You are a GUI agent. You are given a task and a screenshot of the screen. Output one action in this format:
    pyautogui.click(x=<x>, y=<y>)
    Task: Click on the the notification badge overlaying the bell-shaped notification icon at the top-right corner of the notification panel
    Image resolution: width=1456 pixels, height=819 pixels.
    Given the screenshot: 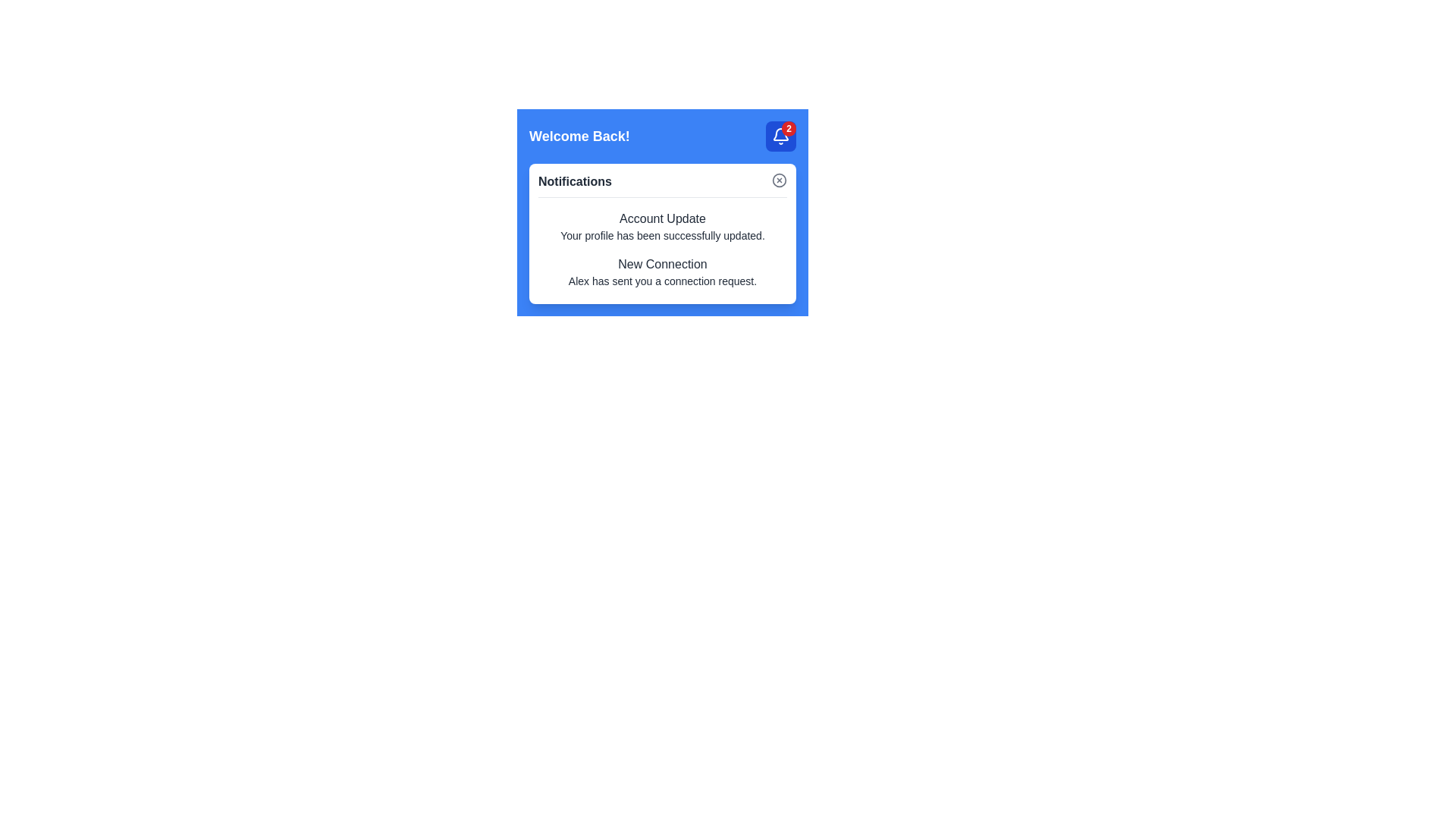 What is the action you would take?
    pyautogui.click(x=789, y=127)
    